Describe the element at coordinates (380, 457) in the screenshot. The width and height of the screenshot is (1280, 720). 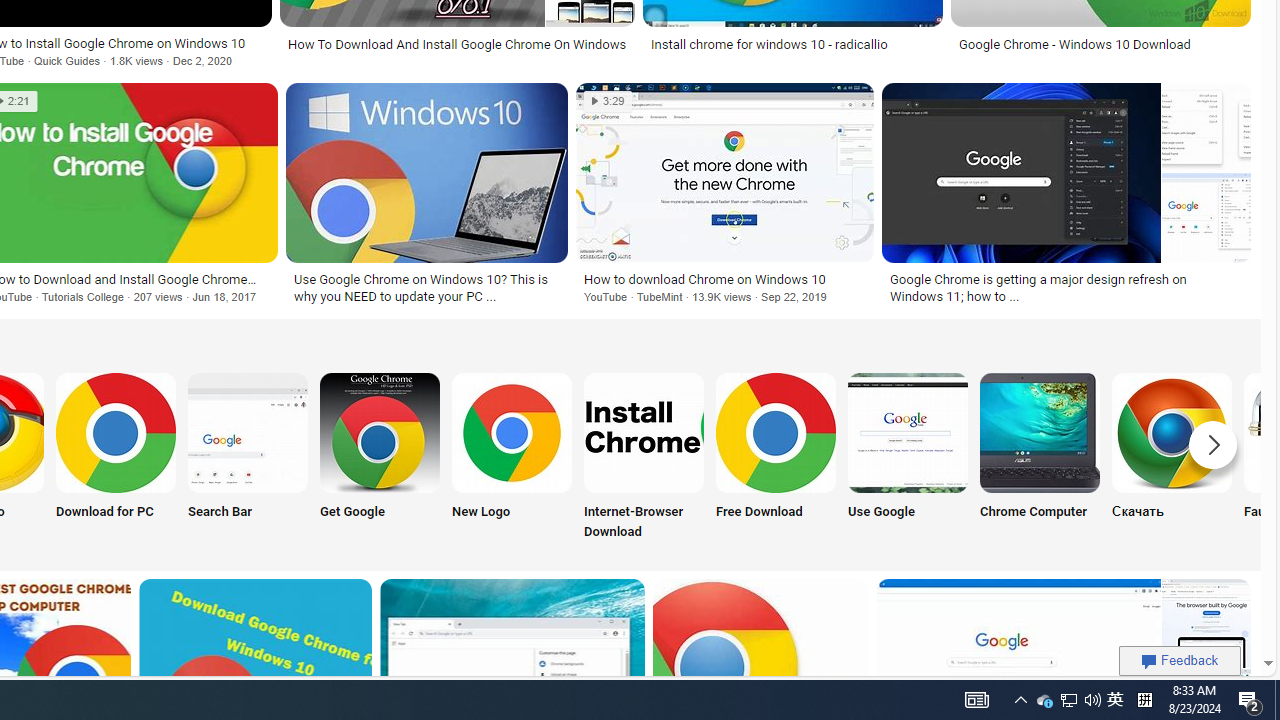
I see `'Get Google'` at that location.